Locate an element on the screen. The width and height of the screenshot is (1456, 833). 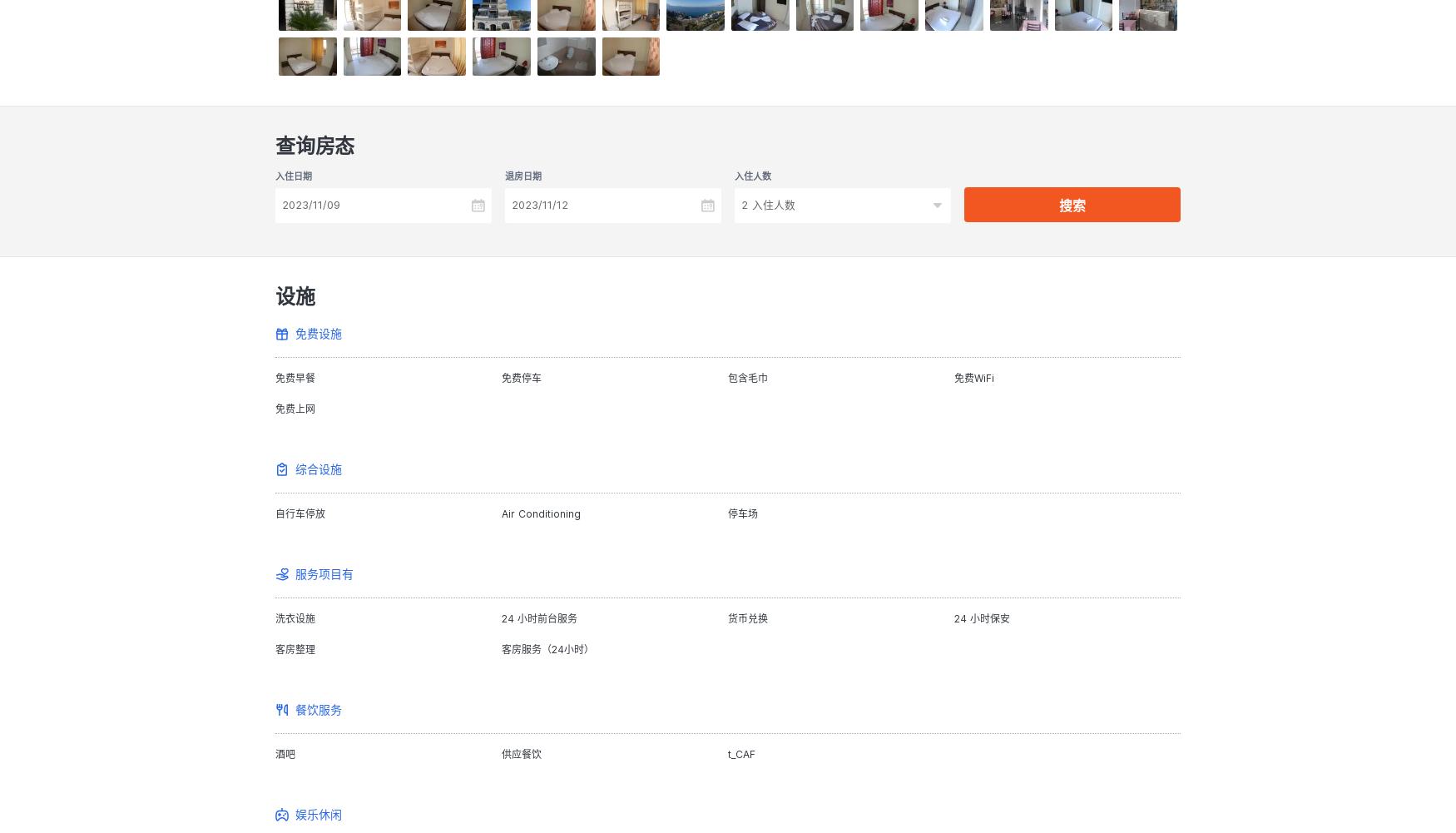
'Air Conditioning' is located at coordinates (540, 513).